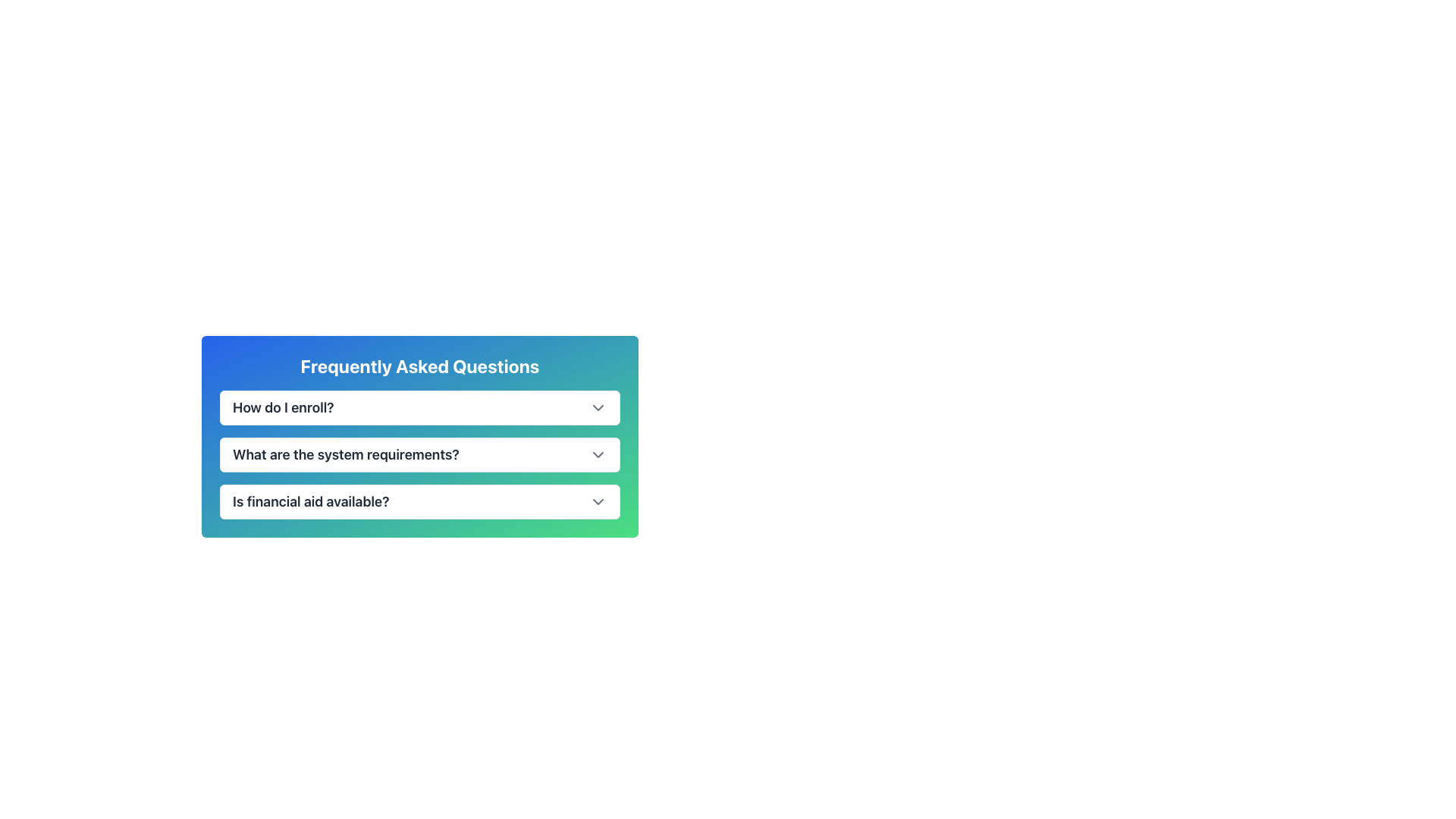  Describe the element at coordinates (597, 406) in the screenshot. I see `the gray downward-pointing chevron icon next to the 'How do I enroll?' text` at that location.